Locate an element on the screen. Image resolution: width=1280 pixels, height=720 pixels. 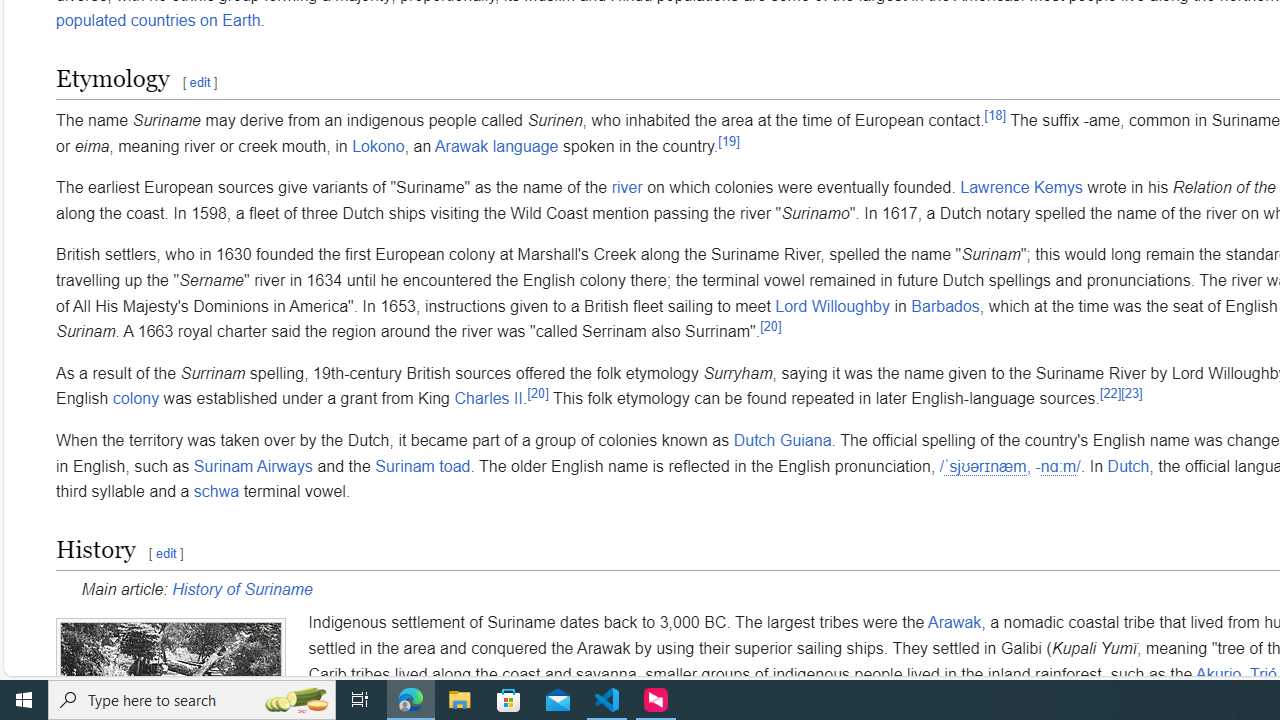
'Arawak' is located at coordinates (953, 622).